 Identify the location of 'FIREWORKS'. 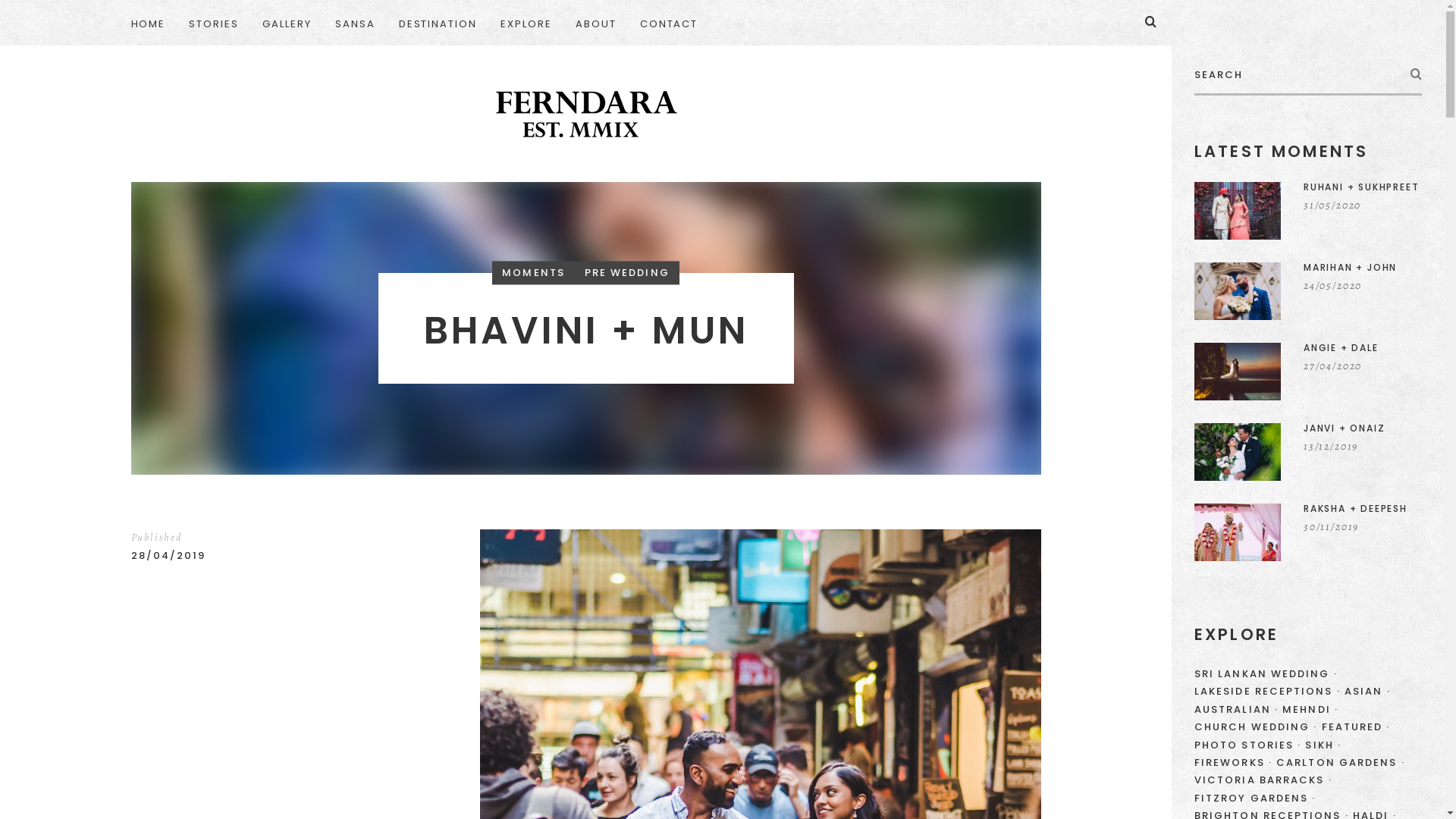
(1233, 762).